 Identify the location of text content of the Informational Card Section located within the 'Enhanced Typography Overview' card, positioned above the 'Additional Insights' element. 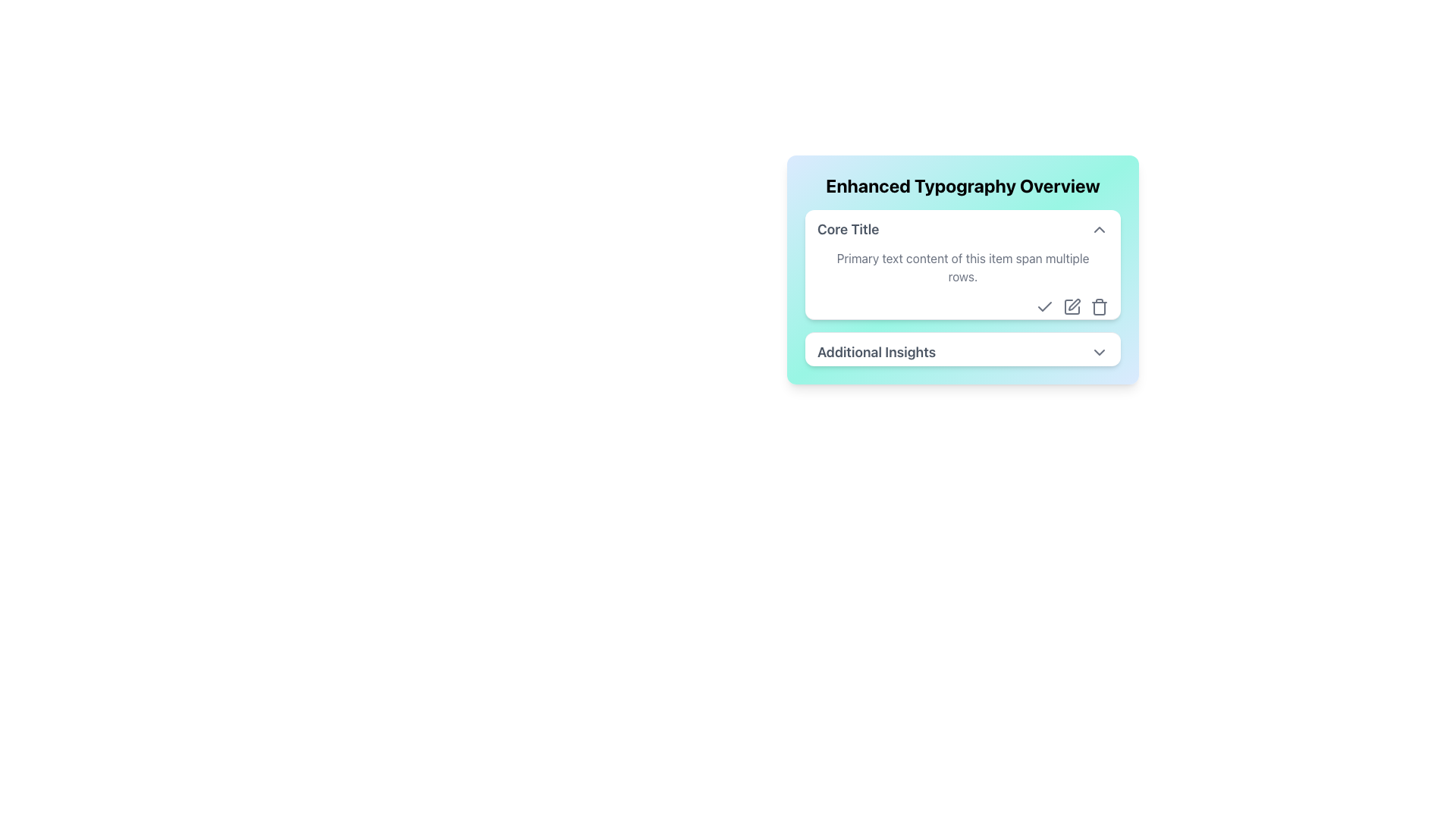
(962, 288).